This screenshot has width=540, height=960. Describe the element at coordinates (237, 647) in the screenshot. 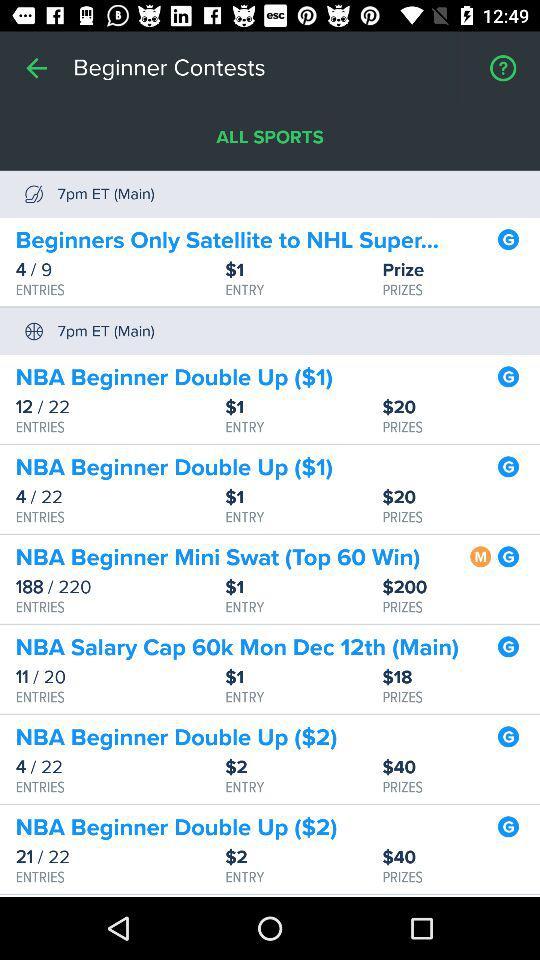

I see `nba salary cap icon` at that location.